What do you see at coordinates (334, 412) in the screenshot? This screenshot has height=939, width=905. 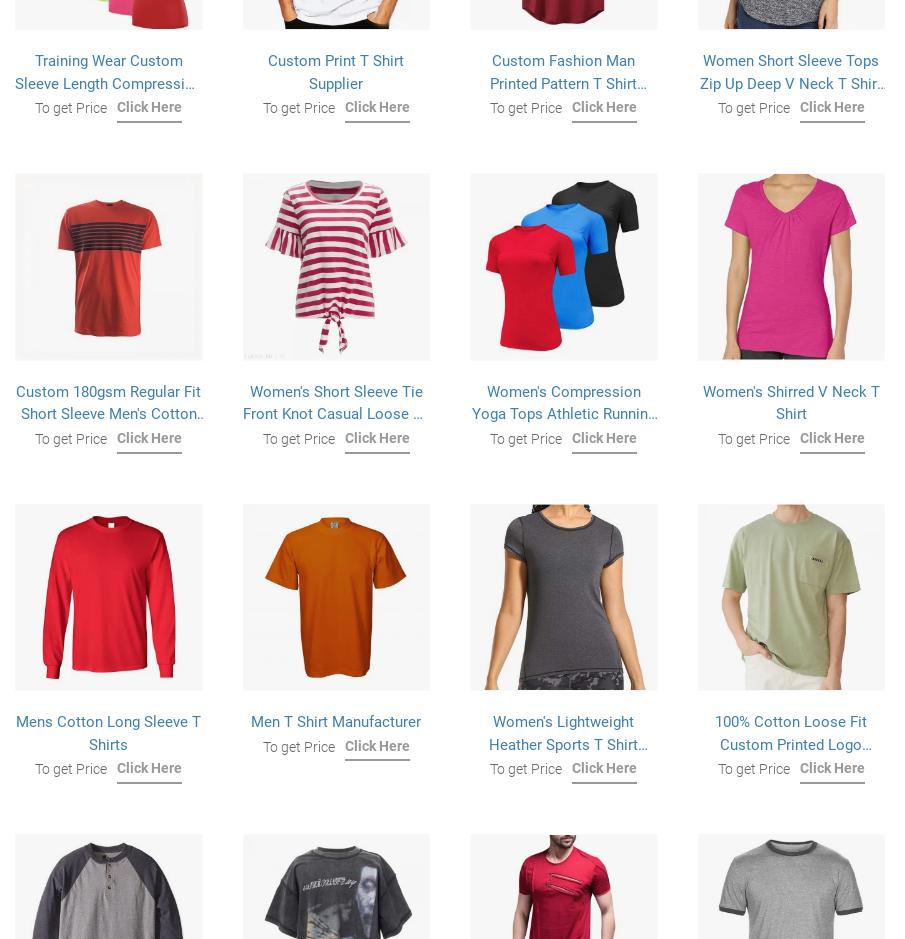 I see `'Women's Short Sleeve Tie Front Knot Casual Loose Fit Tee T Shirt Women's Tops'` at bounding box center [334, 412].